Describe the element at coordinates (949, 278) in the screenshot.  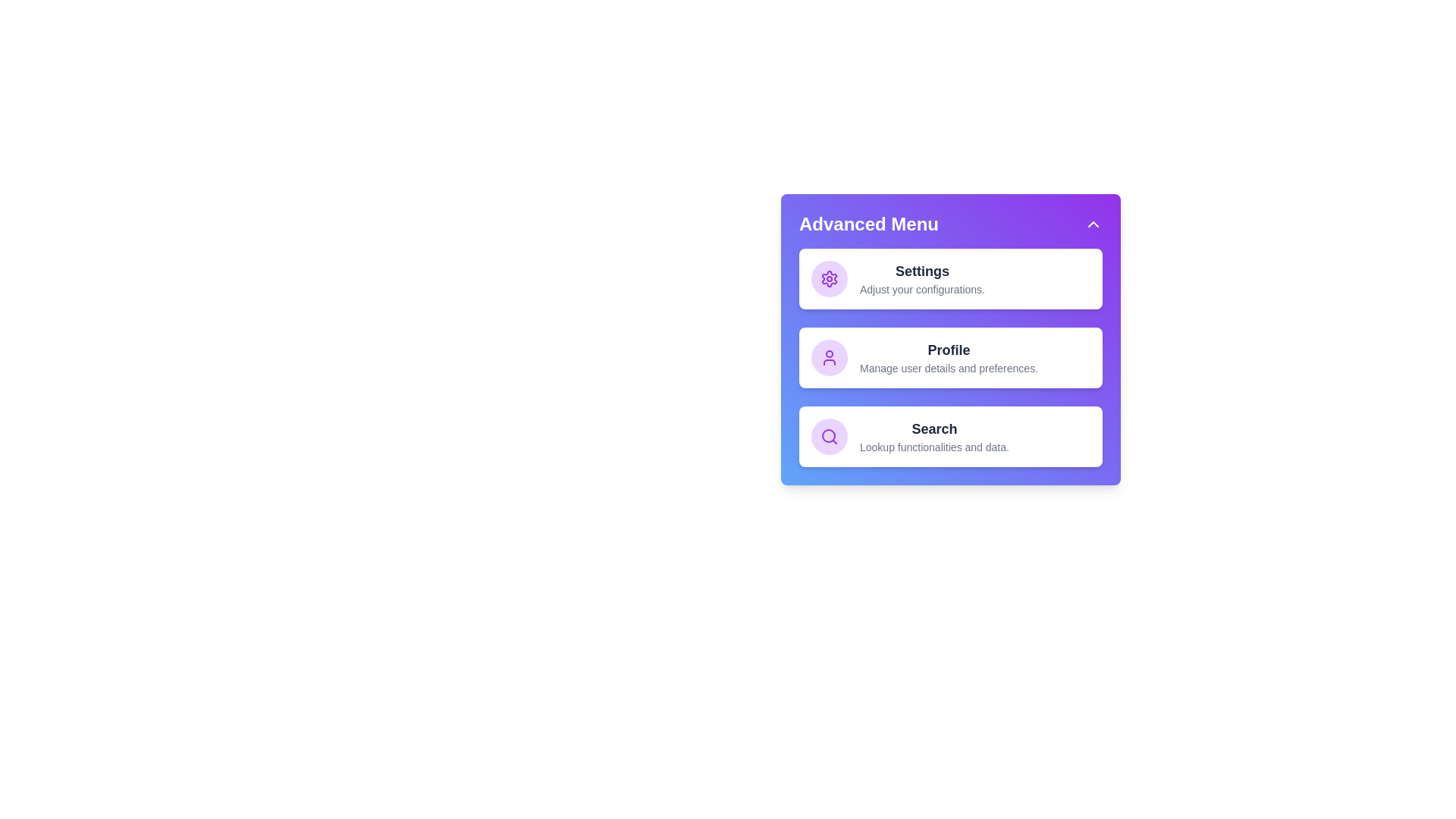
I see `the 'Settings' option in the menu` at that location.